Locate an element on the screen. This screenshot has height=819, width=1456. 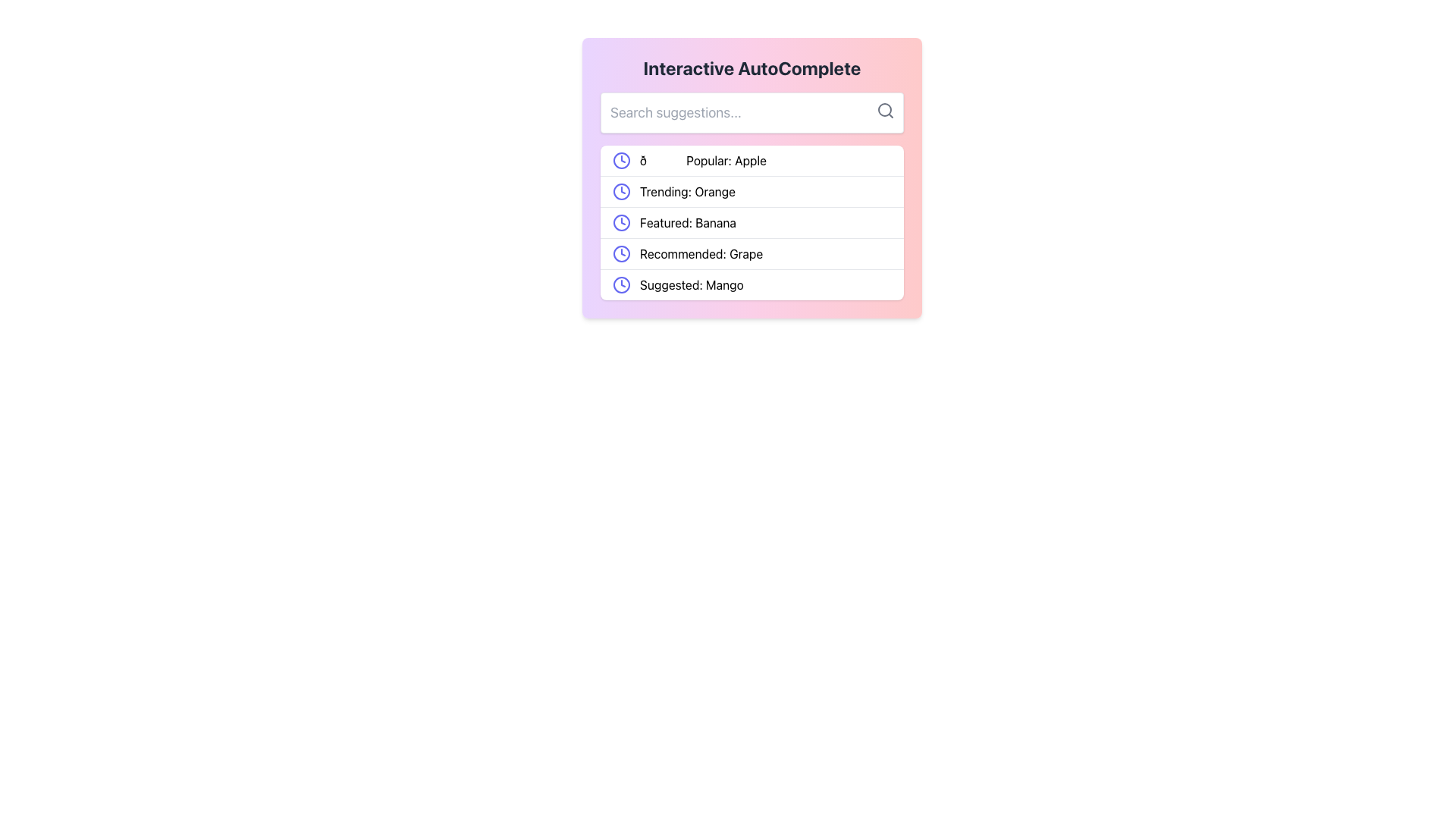
the list item displaying the text '🌟 Popular: Apple' next to the indigo-colored clock icon is located at coordinates (752, 161).